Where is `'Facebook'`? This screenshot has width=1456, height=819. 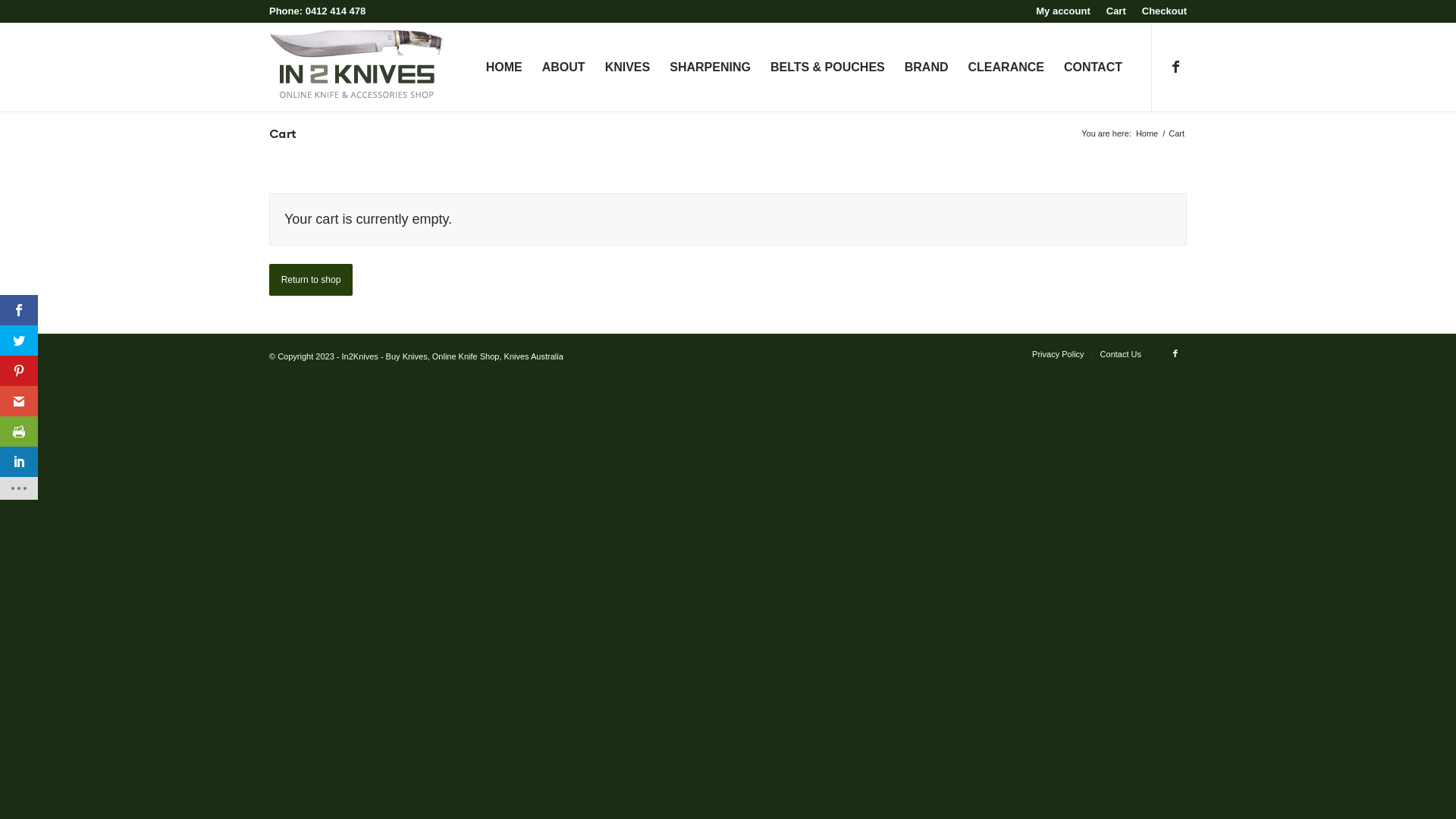
'Facebook' is located at coordinates (1175, 353).